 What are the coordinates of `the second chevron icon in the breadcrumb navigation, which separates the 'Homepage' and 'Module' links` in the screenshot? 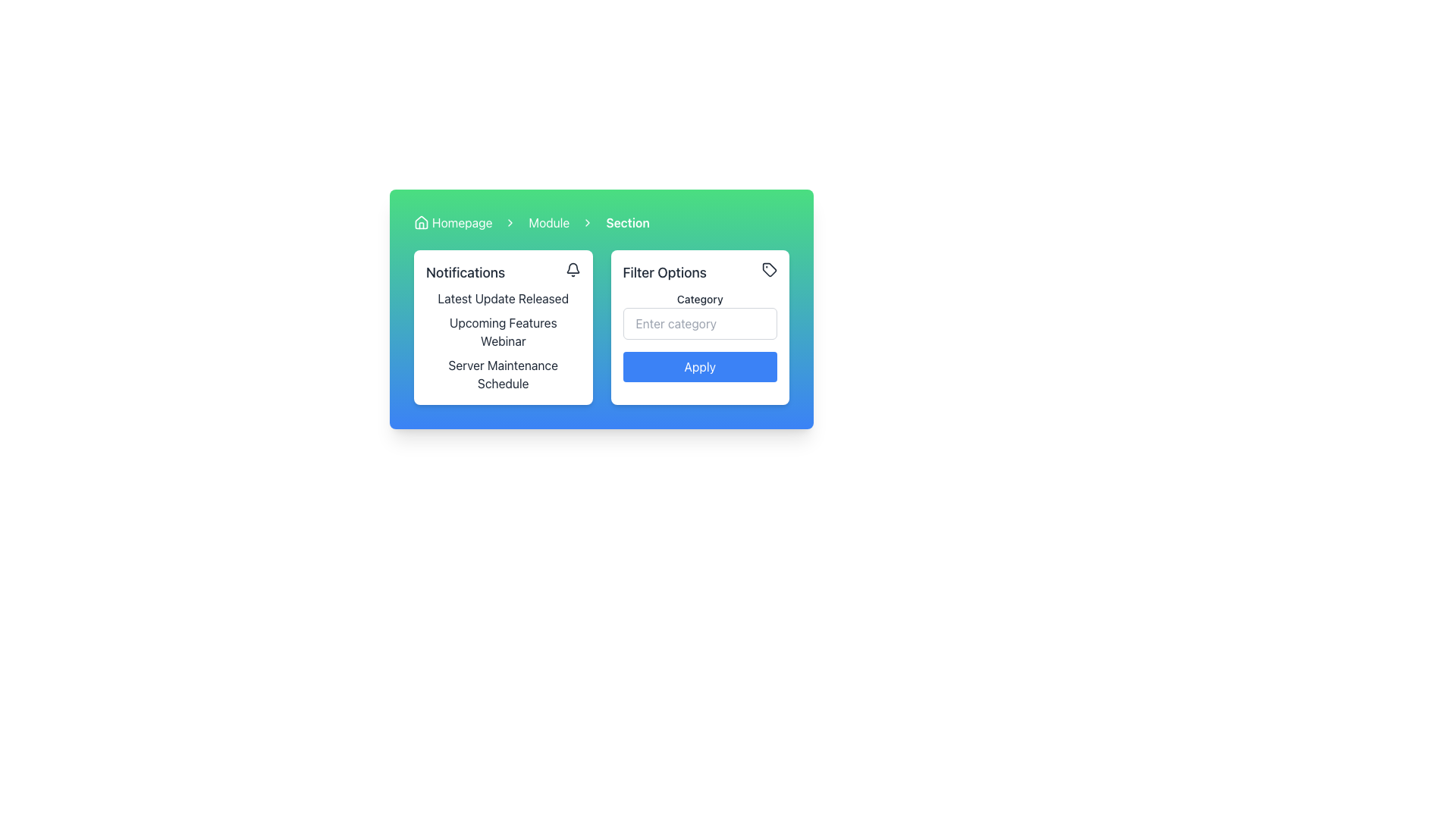 It's located at (510, 222).